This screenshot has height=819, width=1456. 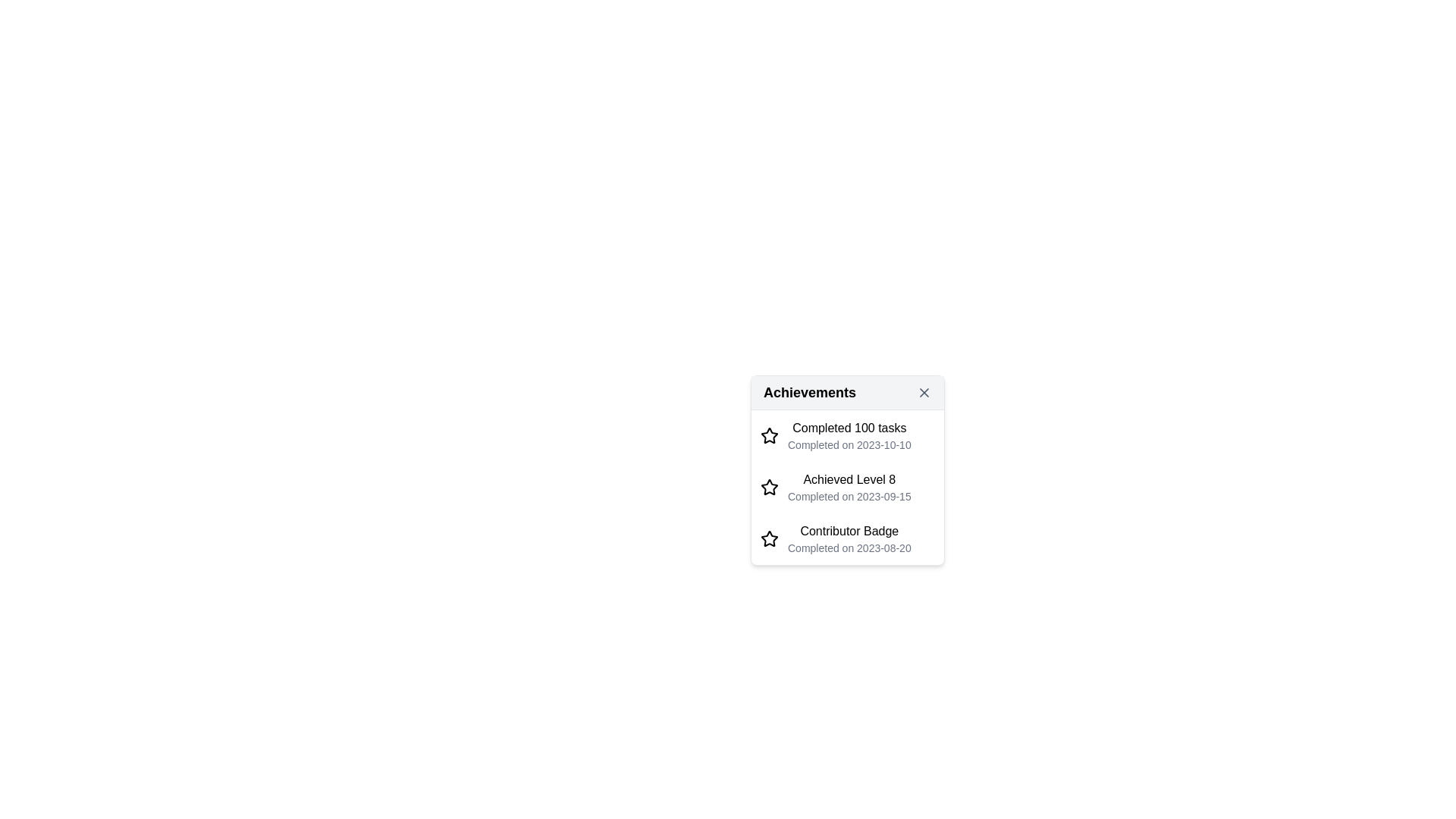 I want to click on the list item labeled 'Contributor Badge' which is the third entry in the achievements dialog, positioned between 'Achieved Level 8' and the next entry, so click(x=847, y=538).